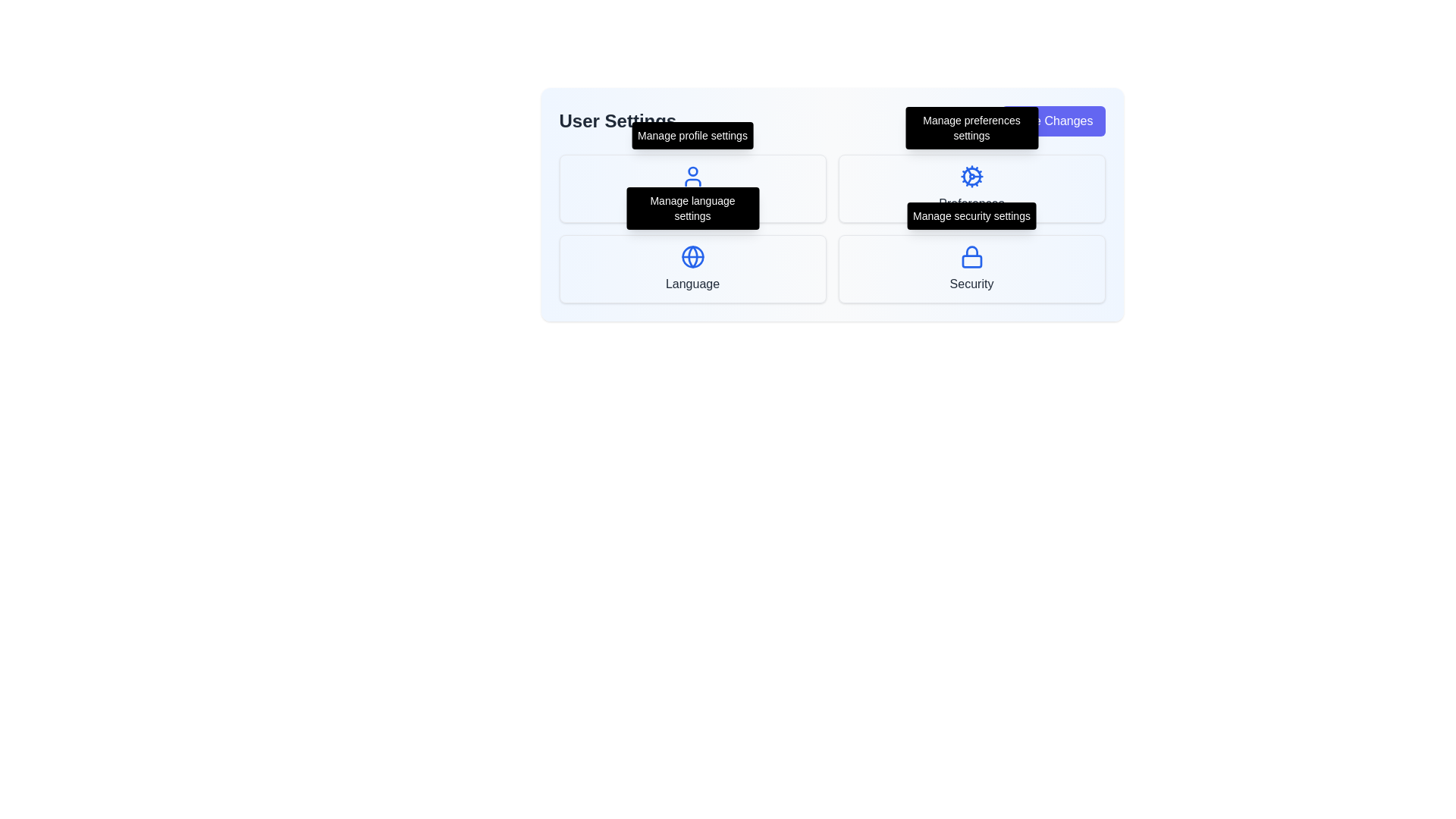 This screenshot has height=819, width=1456. I want to click on the 'Preferences' text label, which is styled in medium-weight gray font and located beneath the gear icon within the card titled 'Preferences', so click(971, 203).